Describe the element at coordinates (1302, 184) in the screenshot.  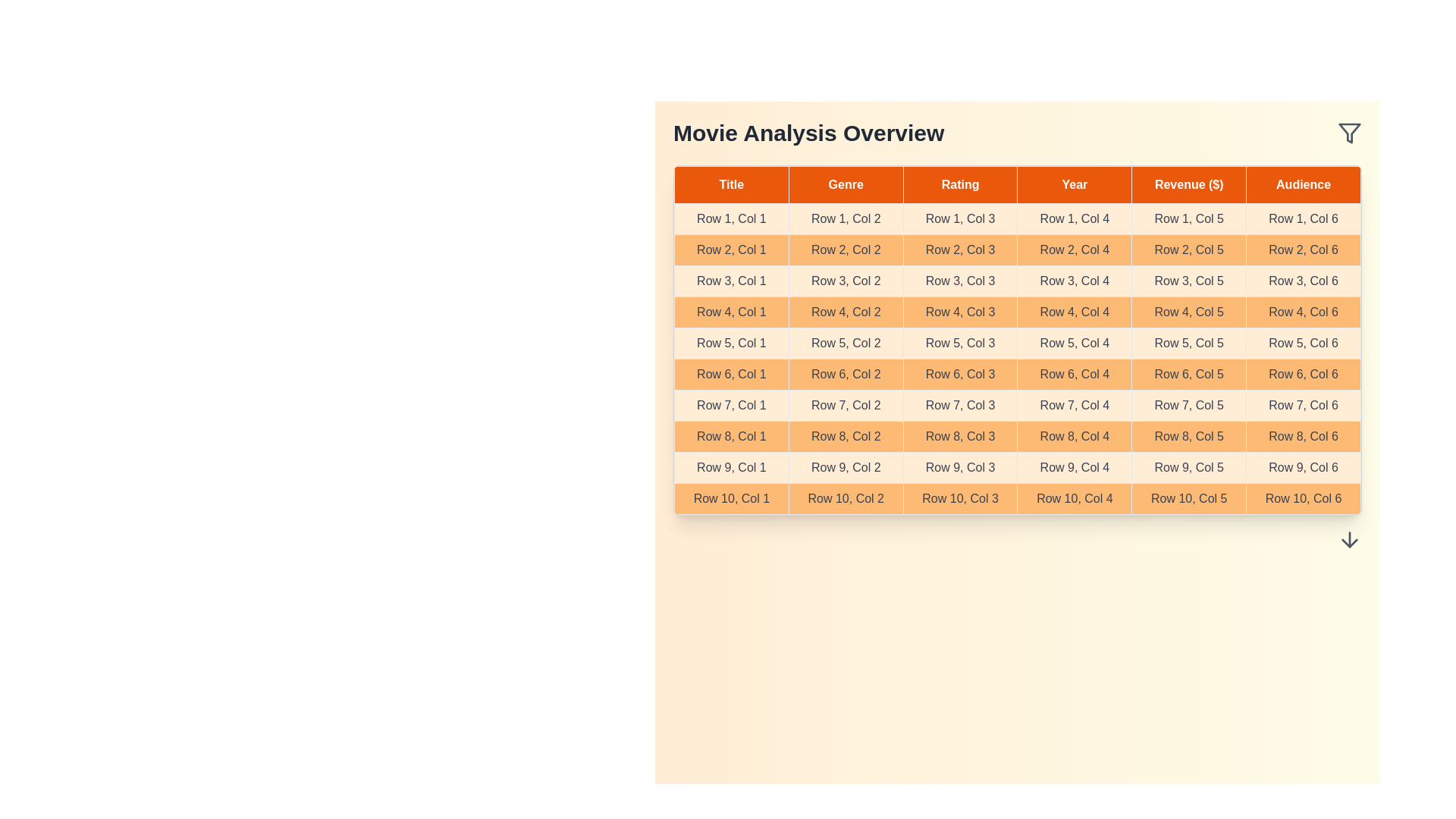
I see `the header cell labeled Audience to sort the column` at that location.